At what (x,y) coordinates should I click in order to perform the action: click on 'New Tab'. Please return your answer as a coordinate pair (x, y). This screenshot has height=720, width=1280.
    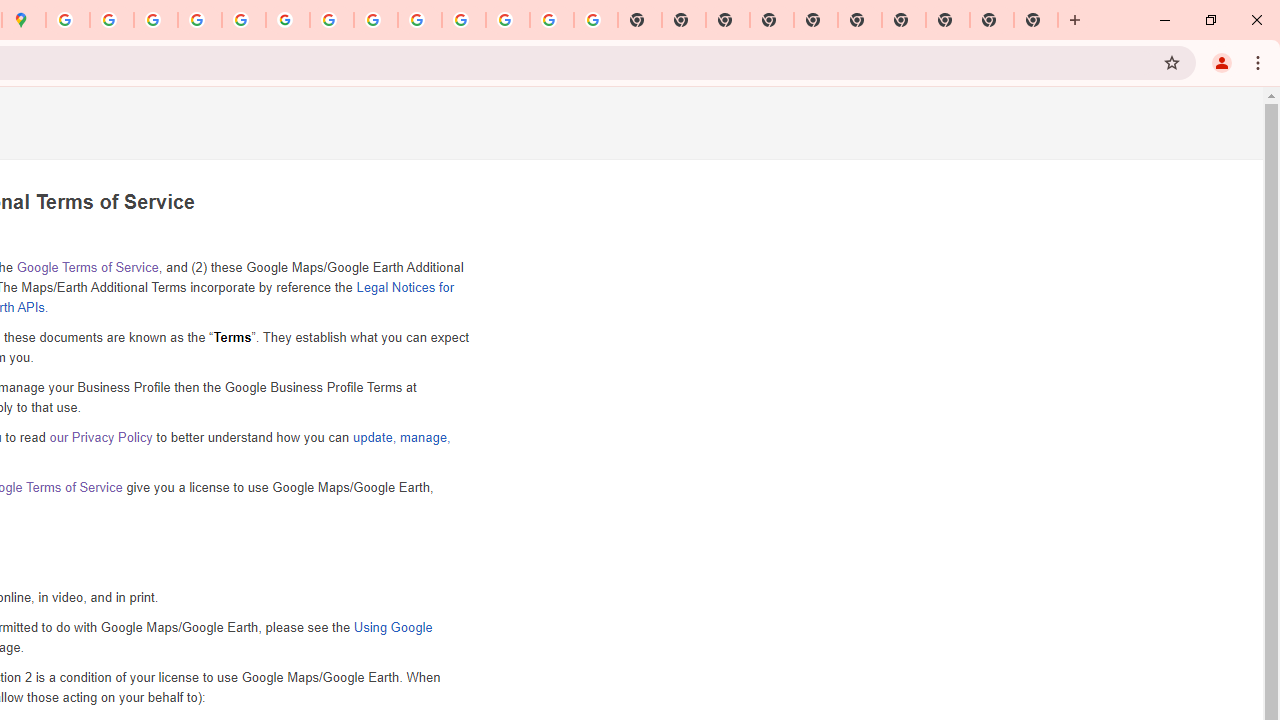
    Looking at the image, I should click on (1036, 20).